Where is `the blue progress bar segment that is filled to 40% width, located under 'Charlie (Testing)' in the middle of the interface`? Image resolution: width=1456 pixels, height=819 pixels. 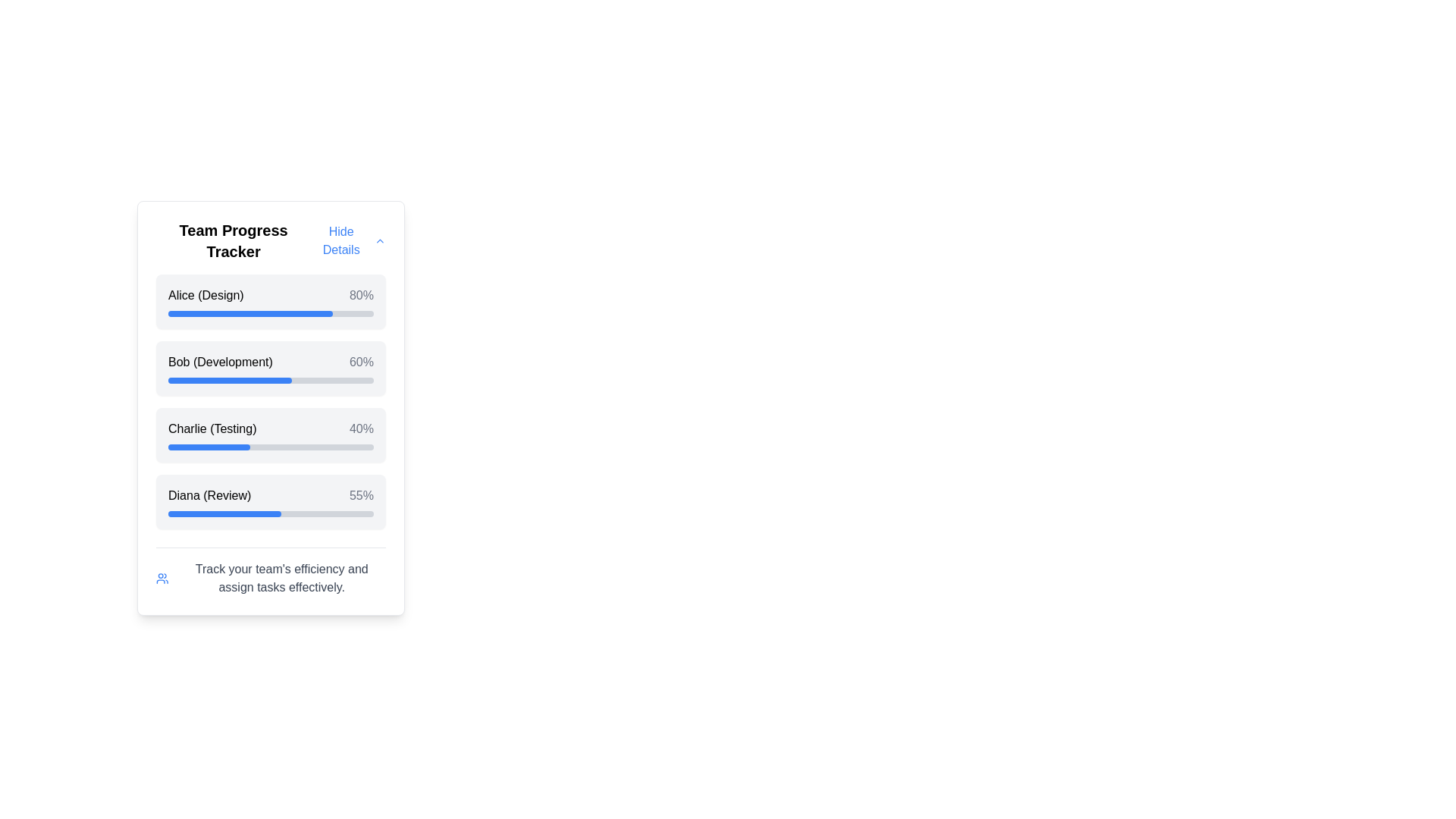
the blue progress bar segment that is filled to 40% width, located under 'Charlie (Testing)' in the middle of the interface is located at coordinates (209, 447).